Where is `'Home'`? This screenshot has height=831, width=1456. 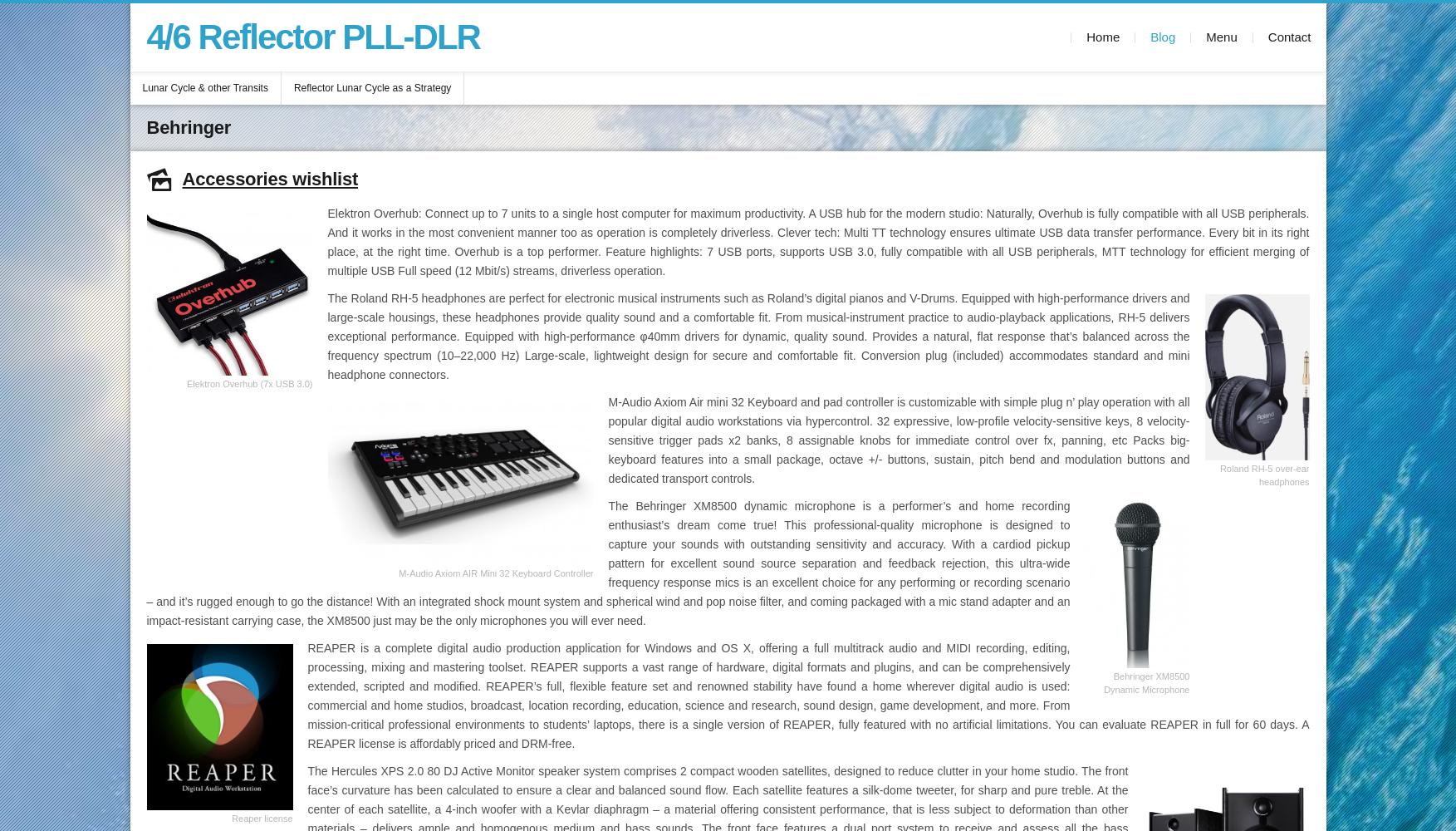 'Home' is located at coordinates (1103, 37).